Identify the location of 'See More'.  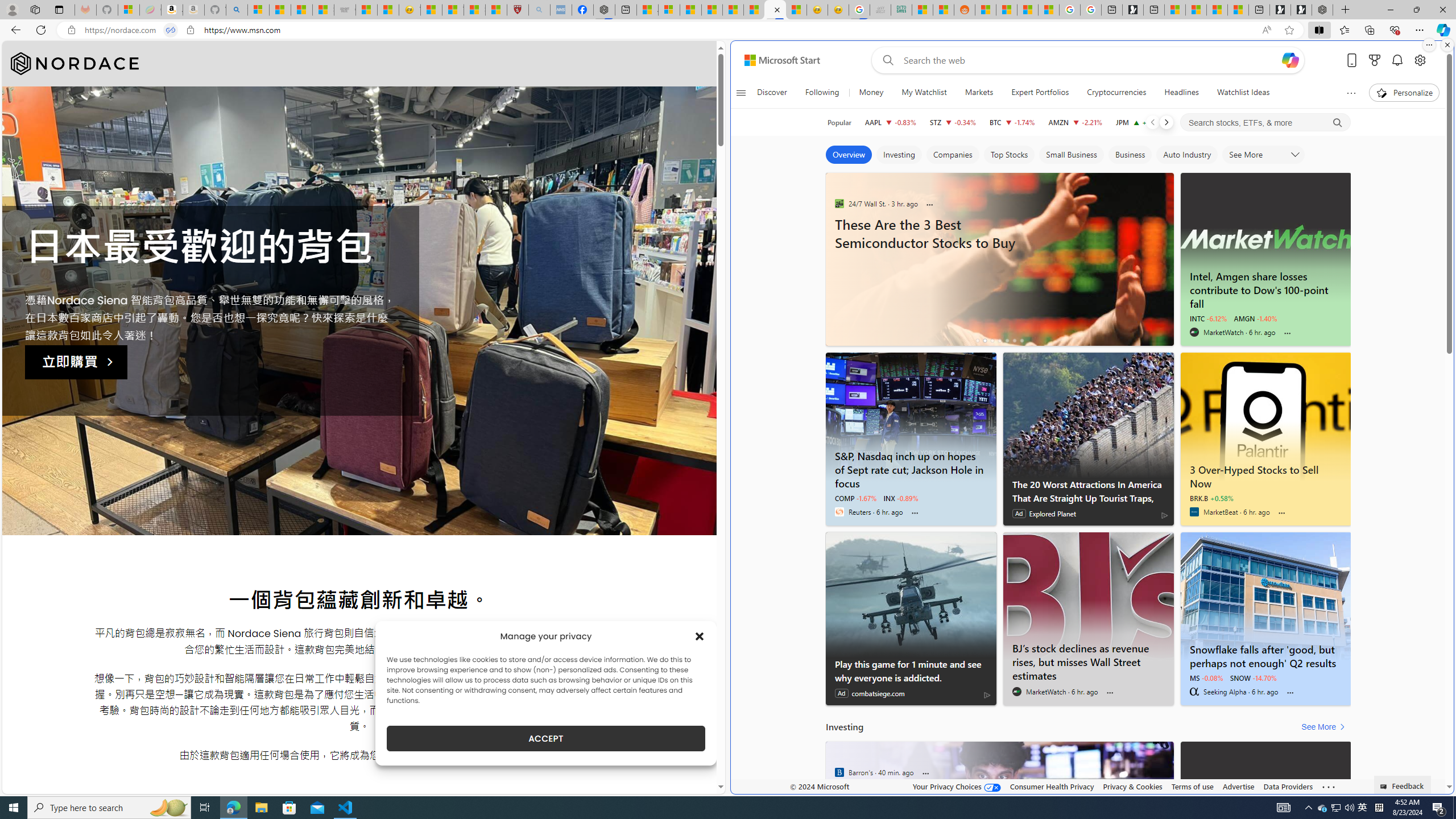
(1325, 727).